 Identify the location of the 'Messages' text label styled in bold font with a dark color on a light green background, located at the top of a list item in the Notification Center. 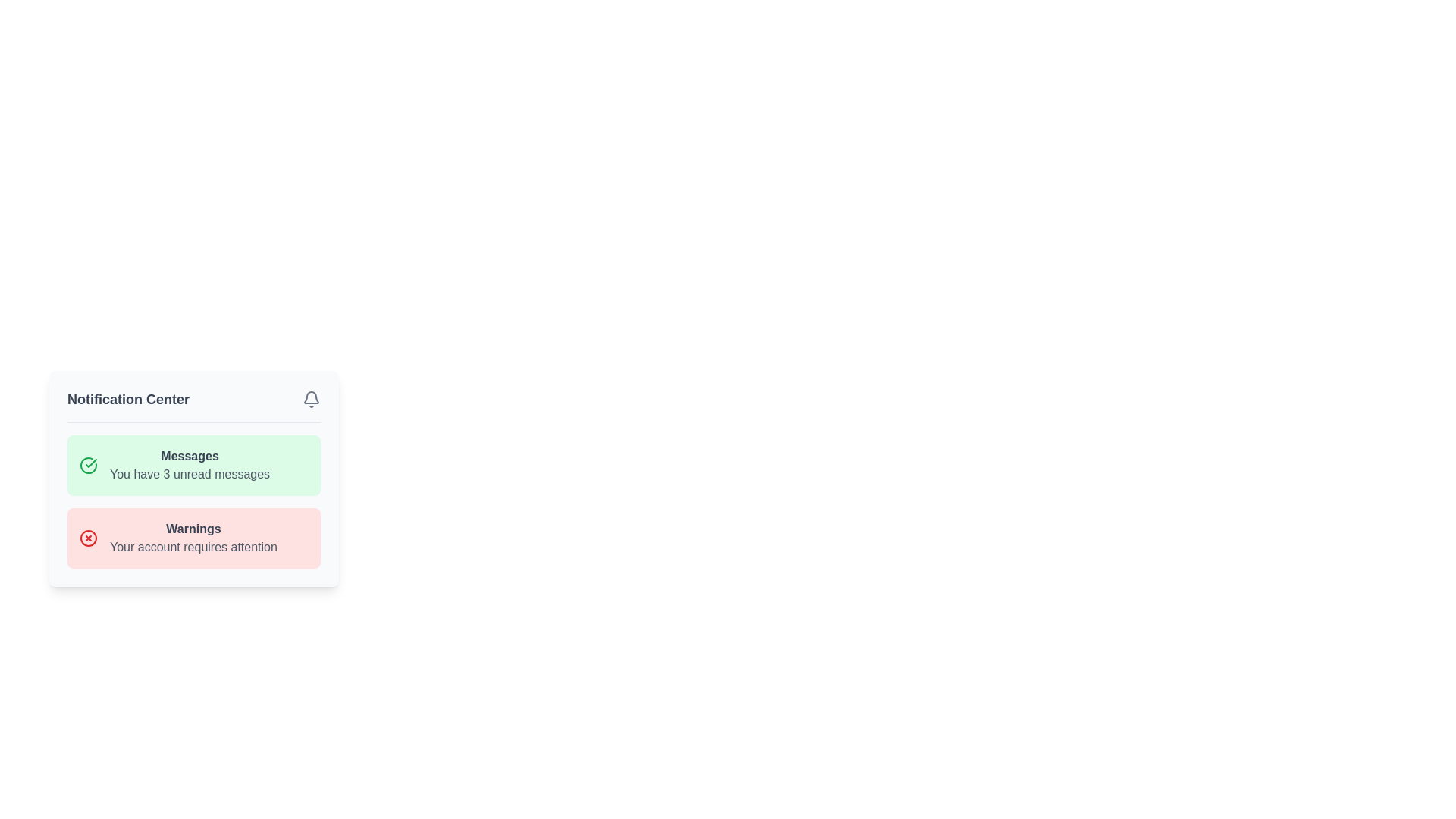
(189, 455).